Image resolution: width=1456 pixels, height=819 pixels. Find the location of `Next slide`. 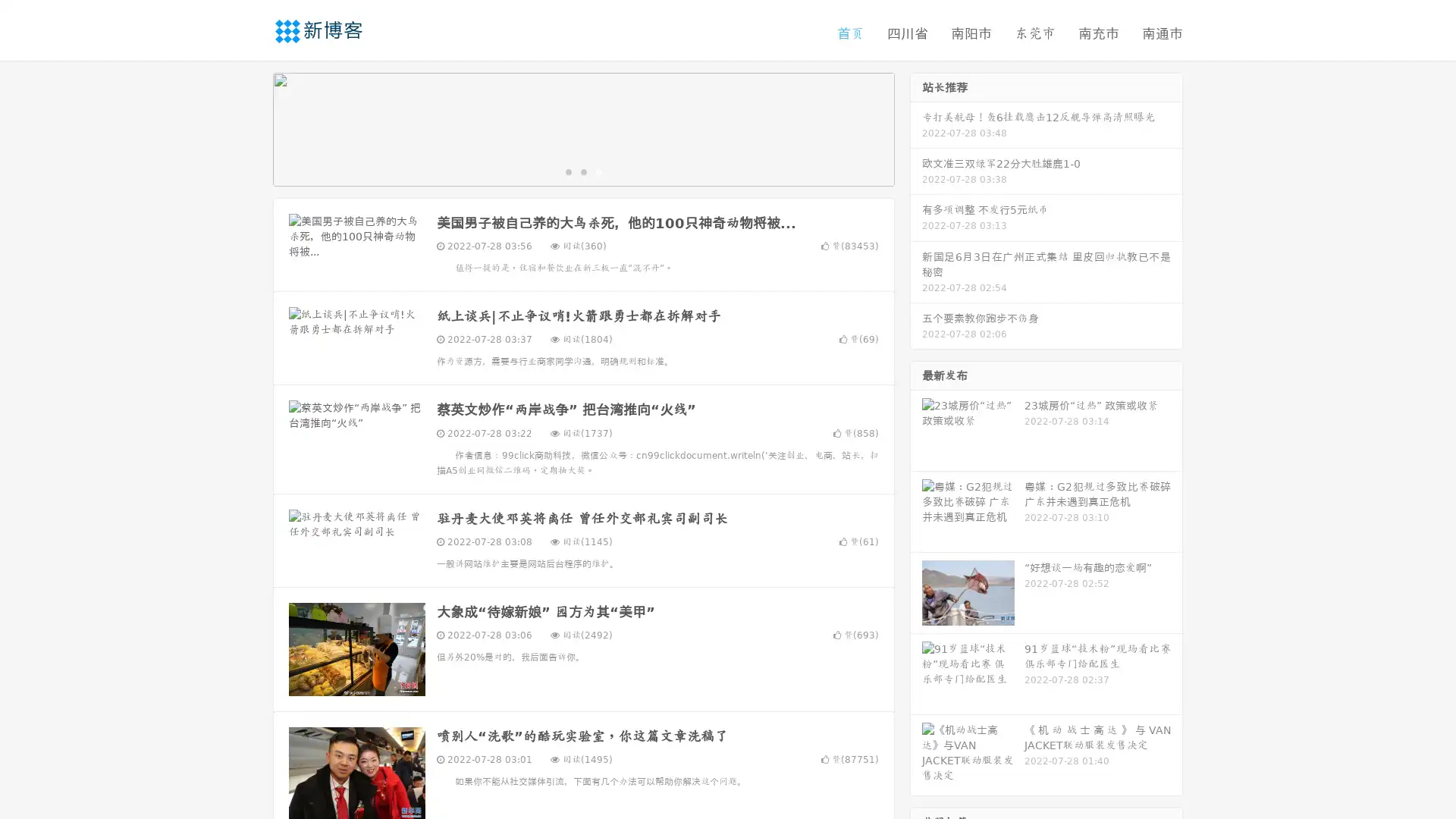

Next slide is located at coordinates (916, 127).